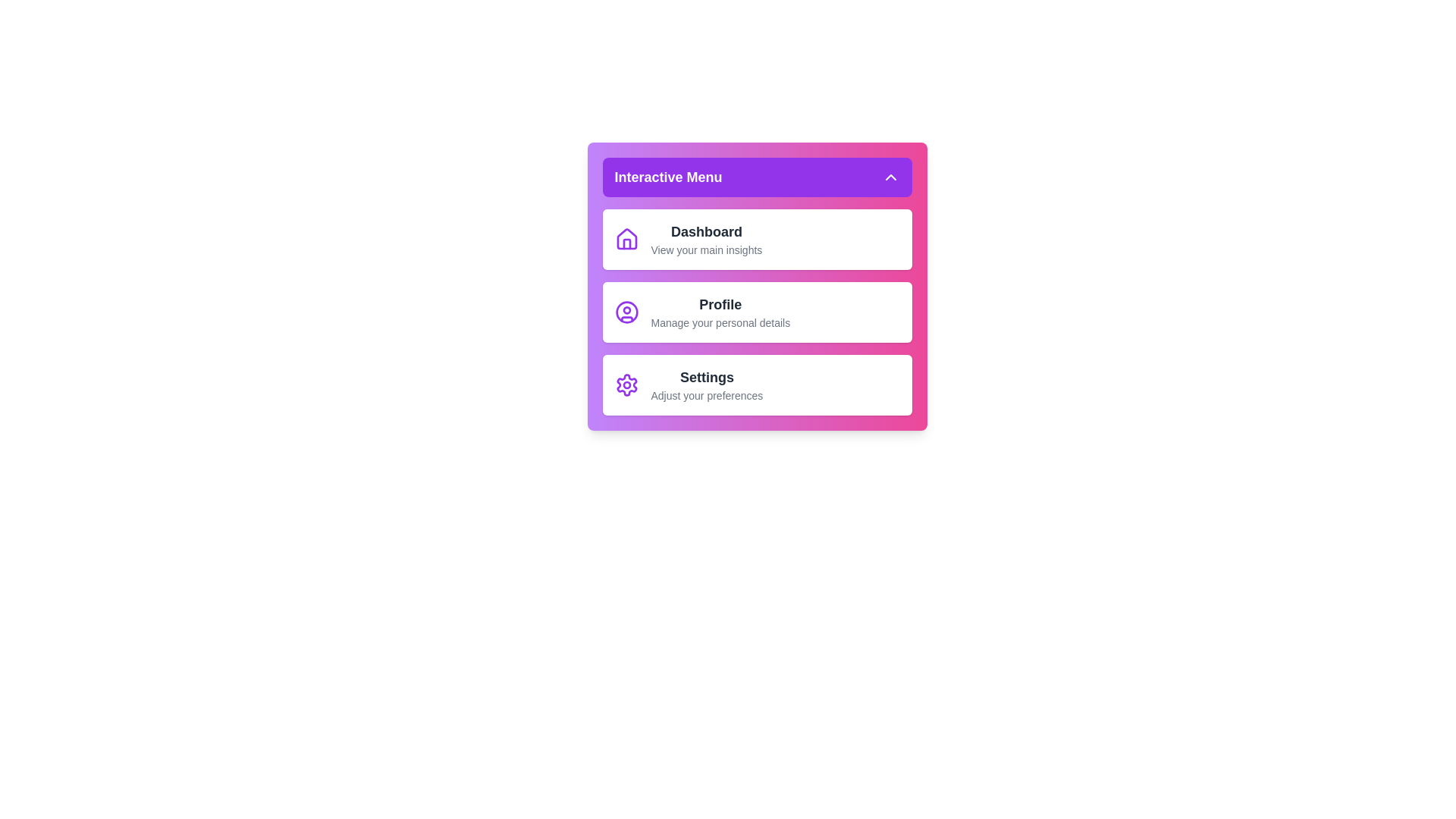 The width and height of the screenshot is (1456, 819). I want to click on the icon of the menu item labeled Dashboard, so click(626, 239).